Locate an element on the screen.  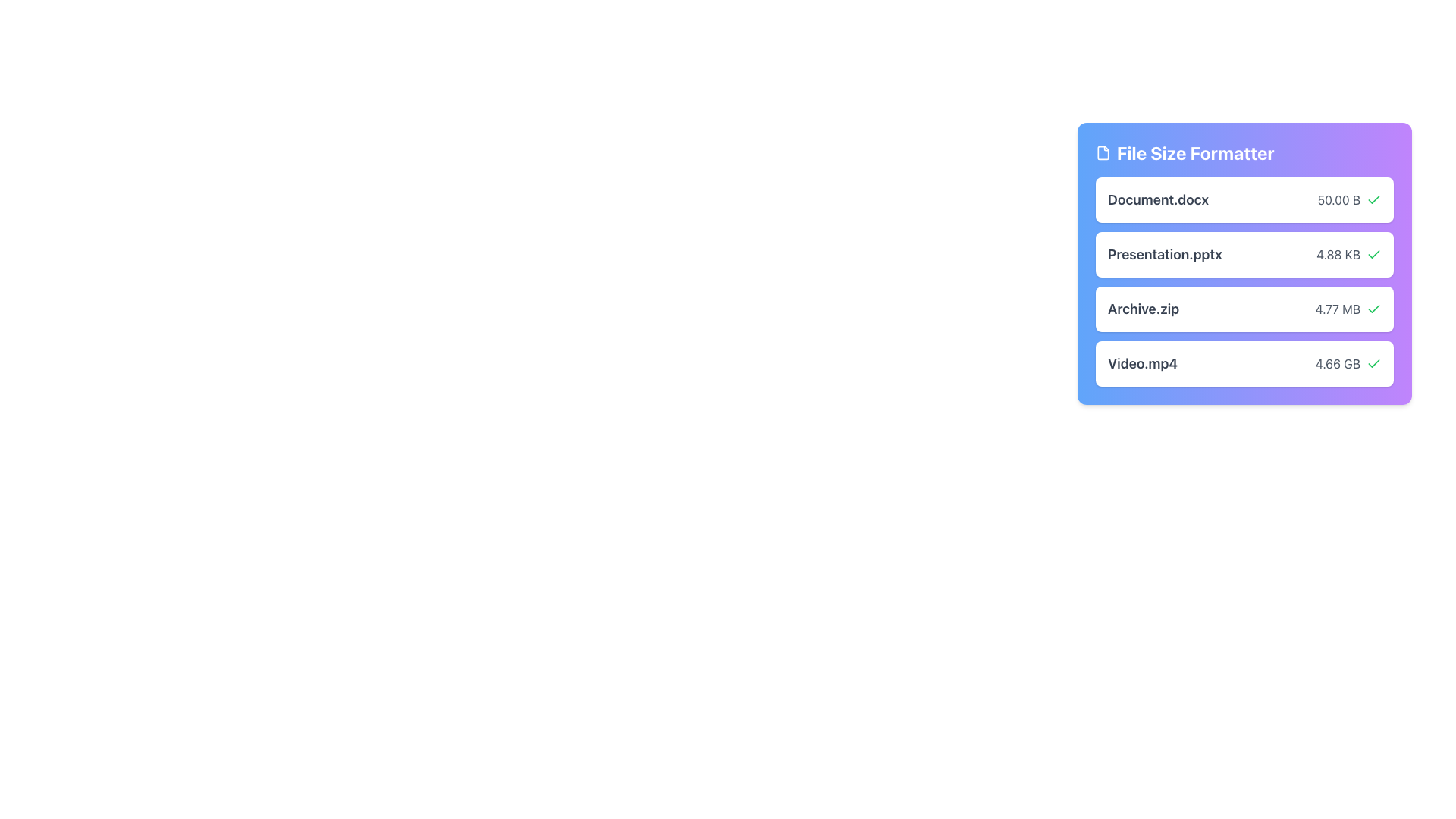
displayed content of the text label showing '4.77 MB', which is adjacent to 'Archive.zip' and a green check icon is located at coordinates (1348, 309).